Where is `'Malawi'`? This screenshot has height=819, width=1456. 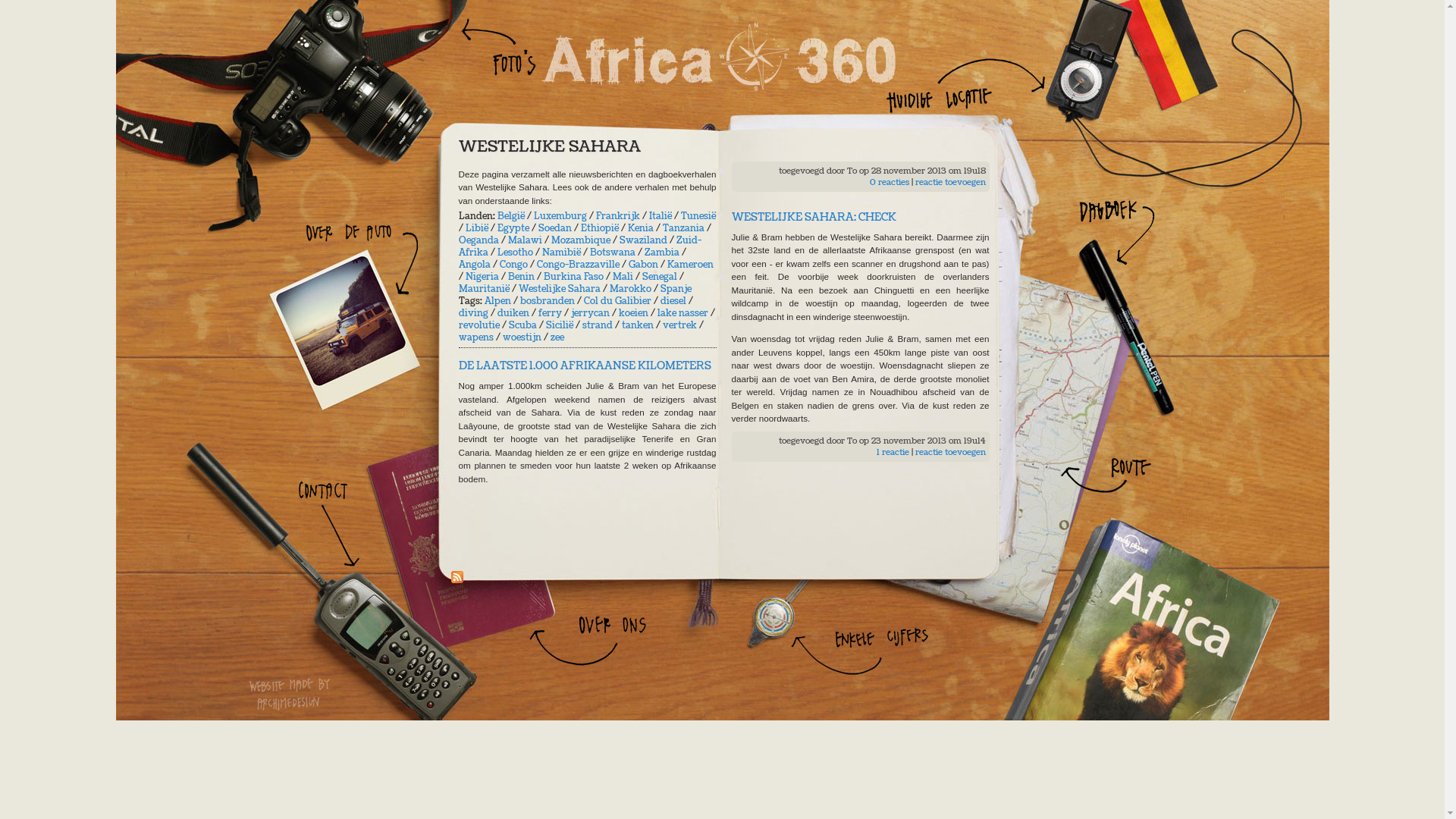
'Malawi' is located at coordinates (525, 239).